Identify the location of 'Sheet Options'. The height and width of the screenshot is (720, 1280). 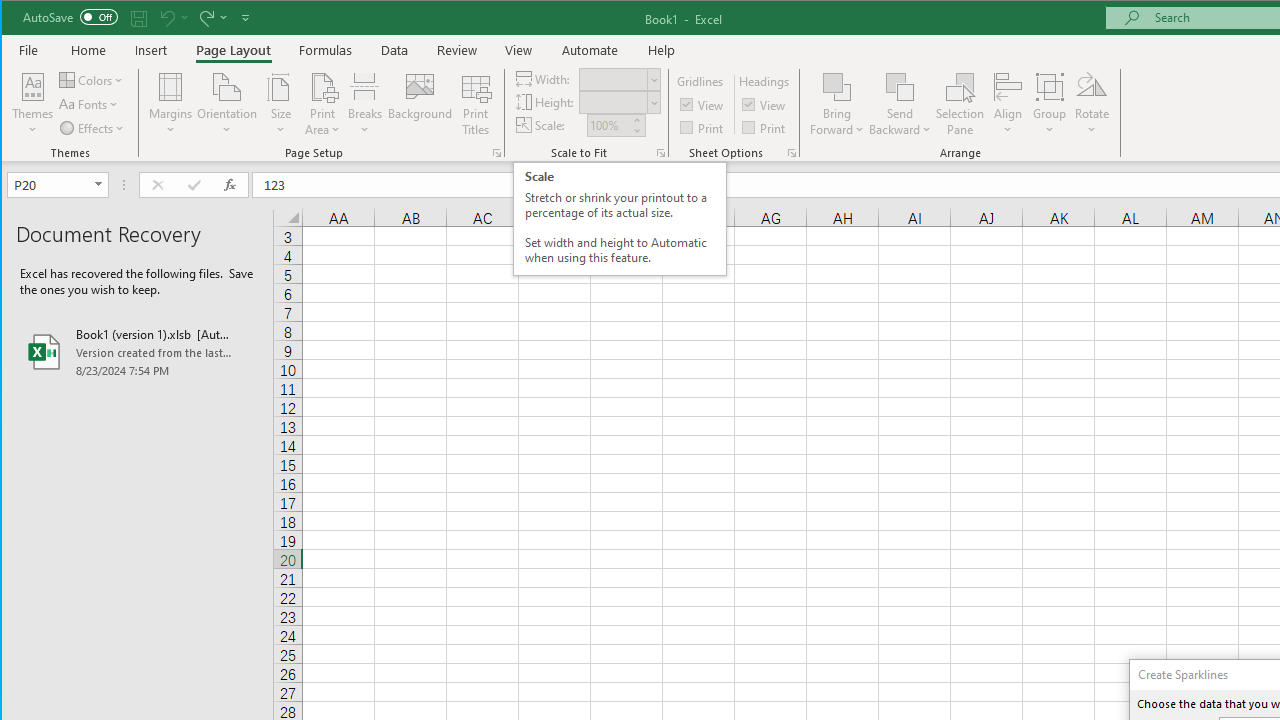
(790, 152).